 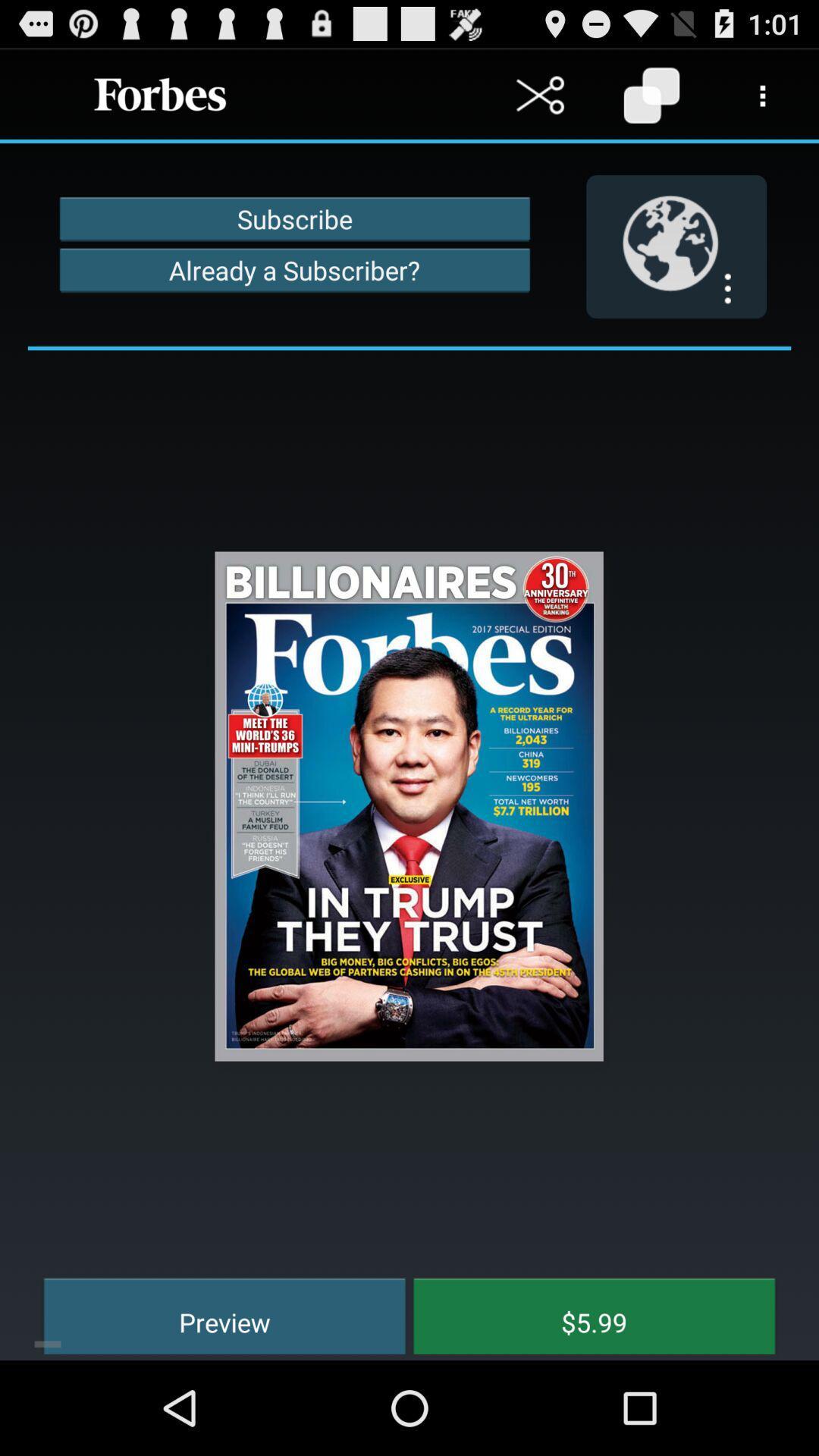 What do you see at coordinates (763, 94) in the screenshot?
I see `settings menu` at bounding box center [763, 94].